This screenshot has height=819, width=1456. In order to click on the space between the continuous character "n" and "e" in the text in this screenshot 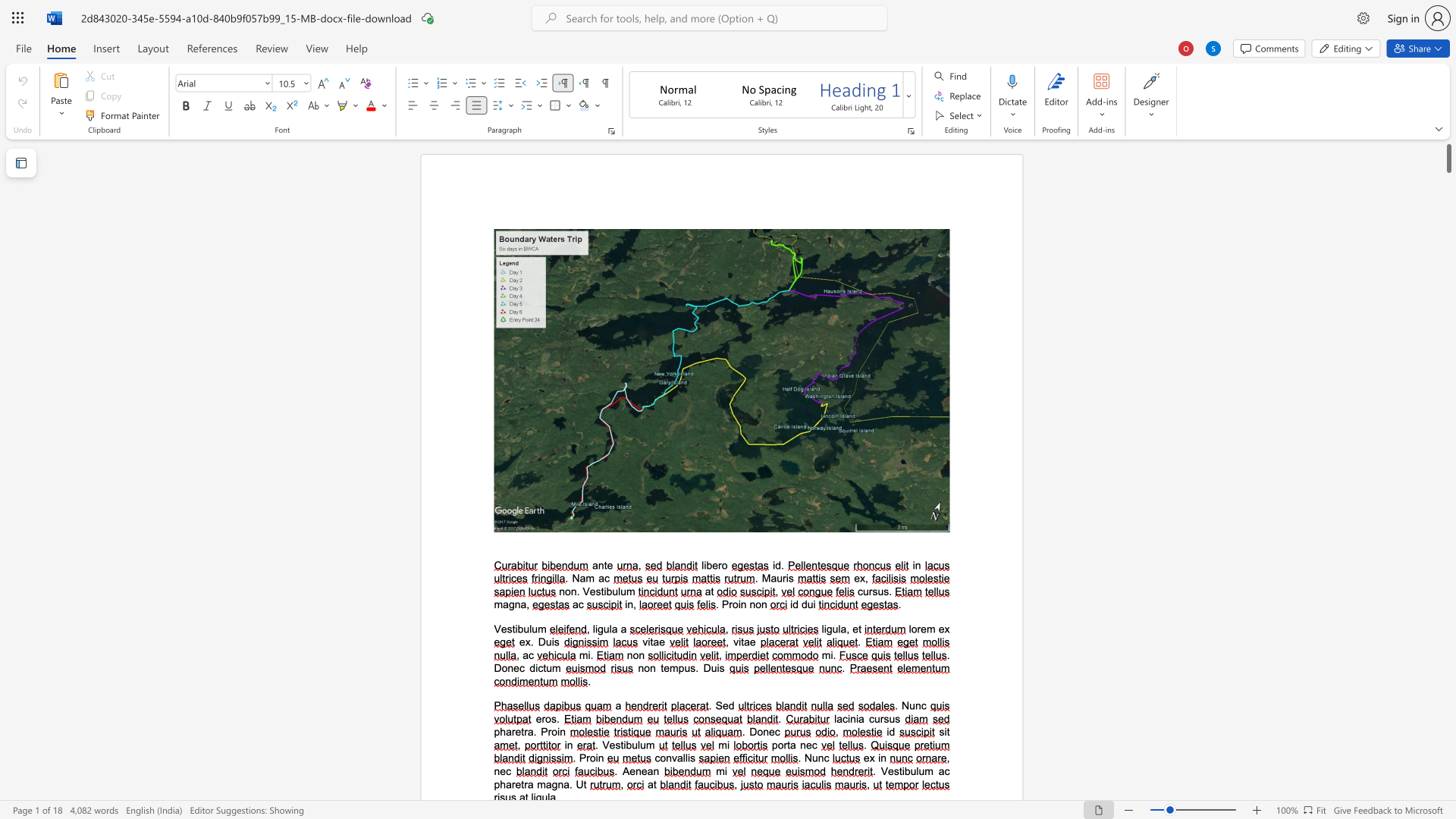, I will do `click(805, 744)`.